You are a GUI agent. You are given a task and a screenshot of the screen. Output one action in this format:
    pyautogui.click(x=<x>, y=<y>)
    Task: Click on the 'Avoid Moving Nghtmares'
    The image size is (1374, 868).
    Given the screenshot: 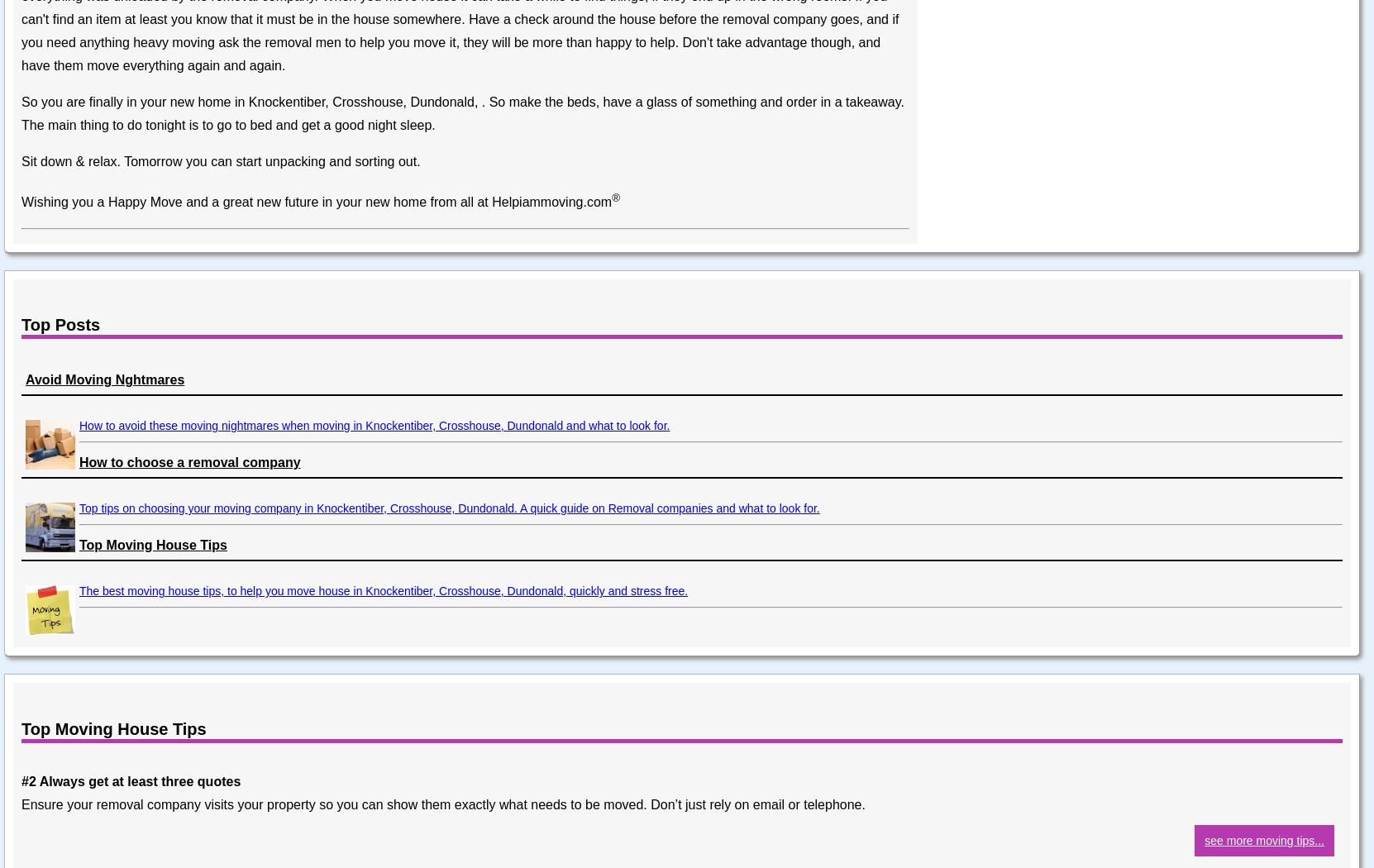 What is the action you would take?
    pyautogui.click(x=104, y=379)
    